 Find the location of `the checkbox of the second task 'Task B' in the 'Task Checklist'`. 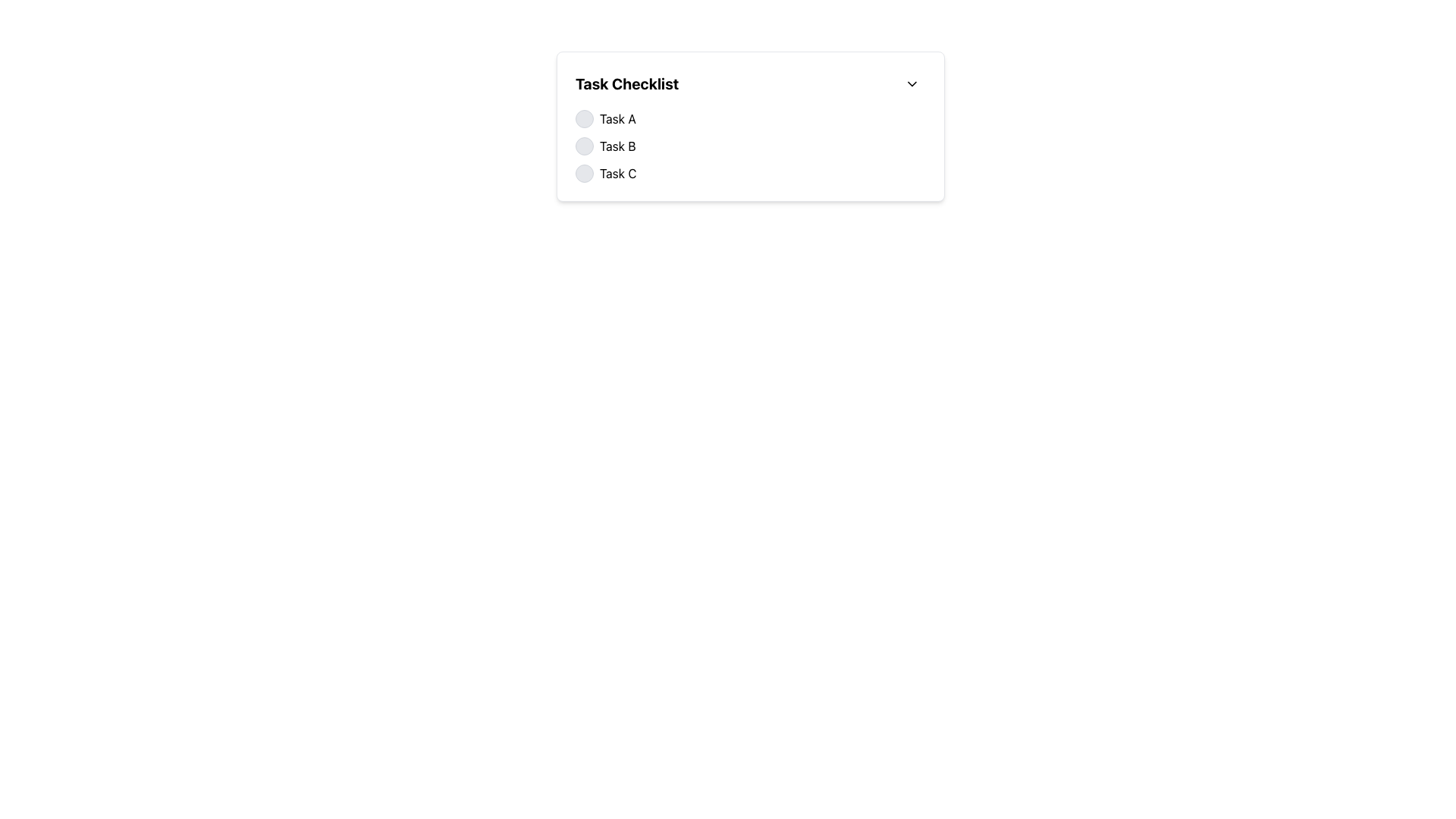

the checkbox of the second task 'Task B' in the 'Task Checklist' is located at coordinates (750, 146).